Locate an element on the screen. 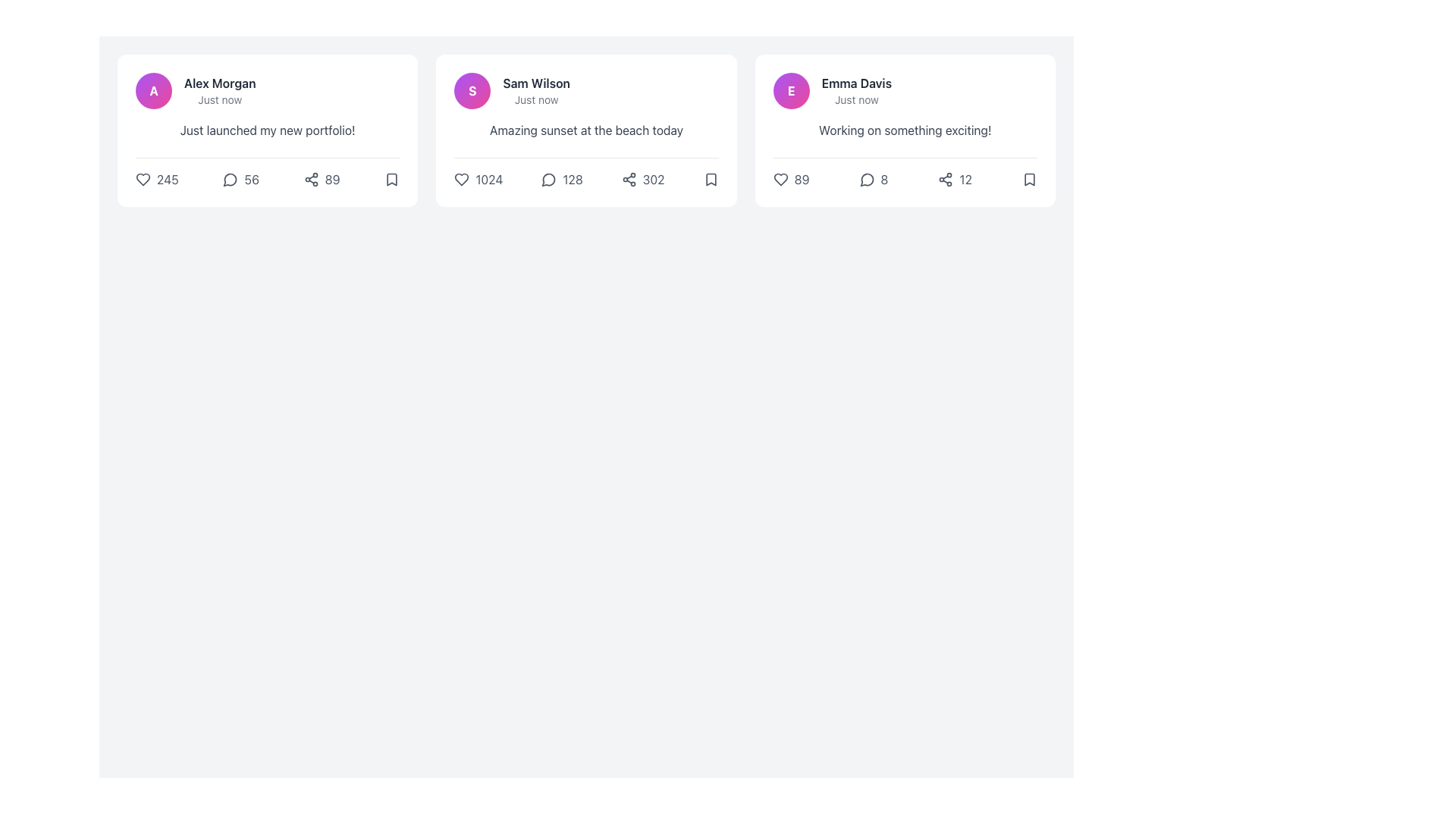 The width and height of the screenshot is (1456, 819). the share icon button, which resembles a network diagram with interconnected circular nodes, located near the bottom right of the third card in a horizontally arranged list is located at coordinates (945, 178).